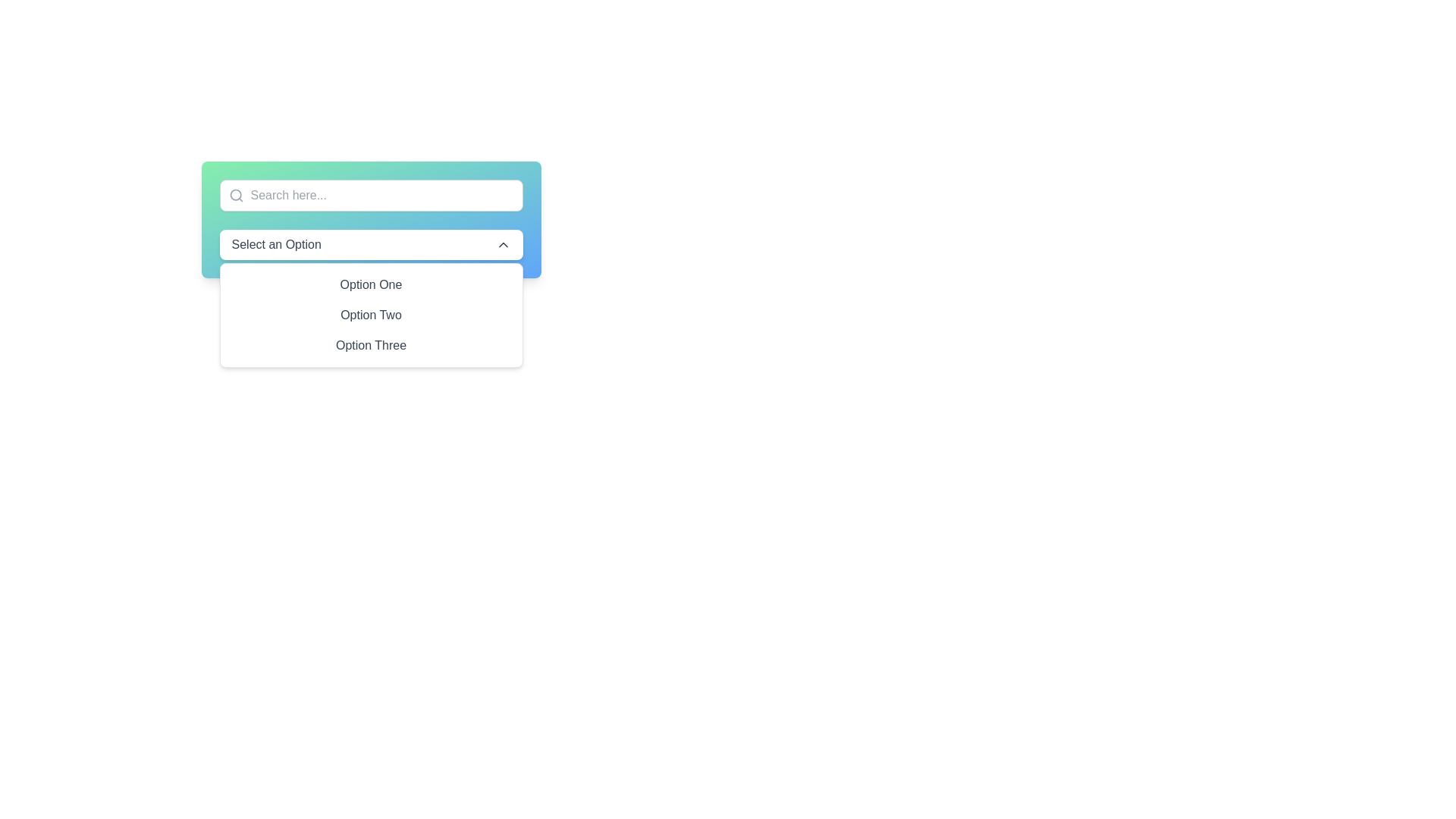 The width and height of the screenshot is (1456, 819). Describe the element at coordinates (235, 195) in the screenshot. I see `the search icon located to the left of the search input field, which indicates the search functionality` at that location.